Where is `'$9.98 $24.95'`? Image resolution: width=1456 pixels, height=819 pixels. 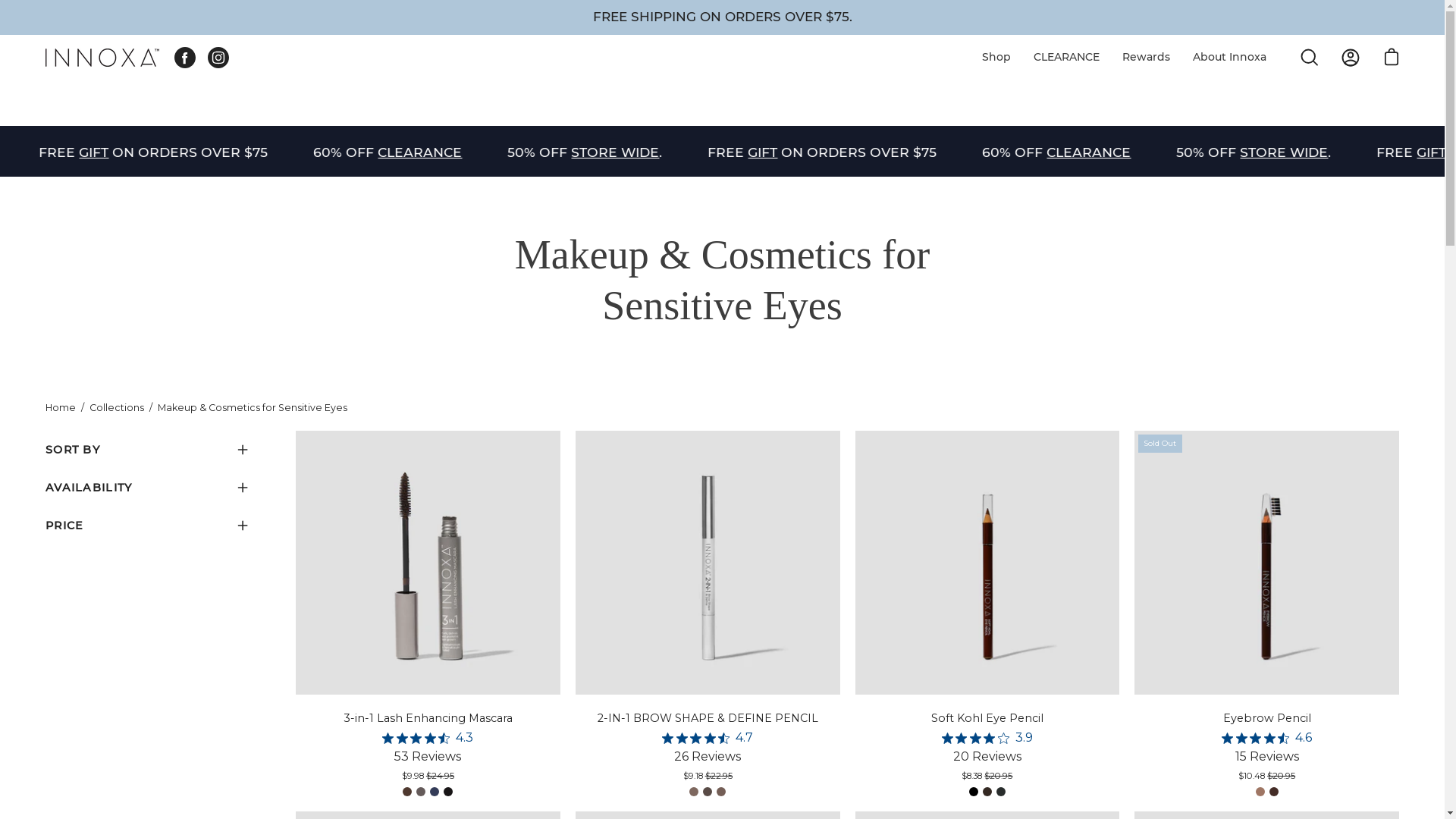
'$9.98 $24.95' is located at coordinates (427, 776).